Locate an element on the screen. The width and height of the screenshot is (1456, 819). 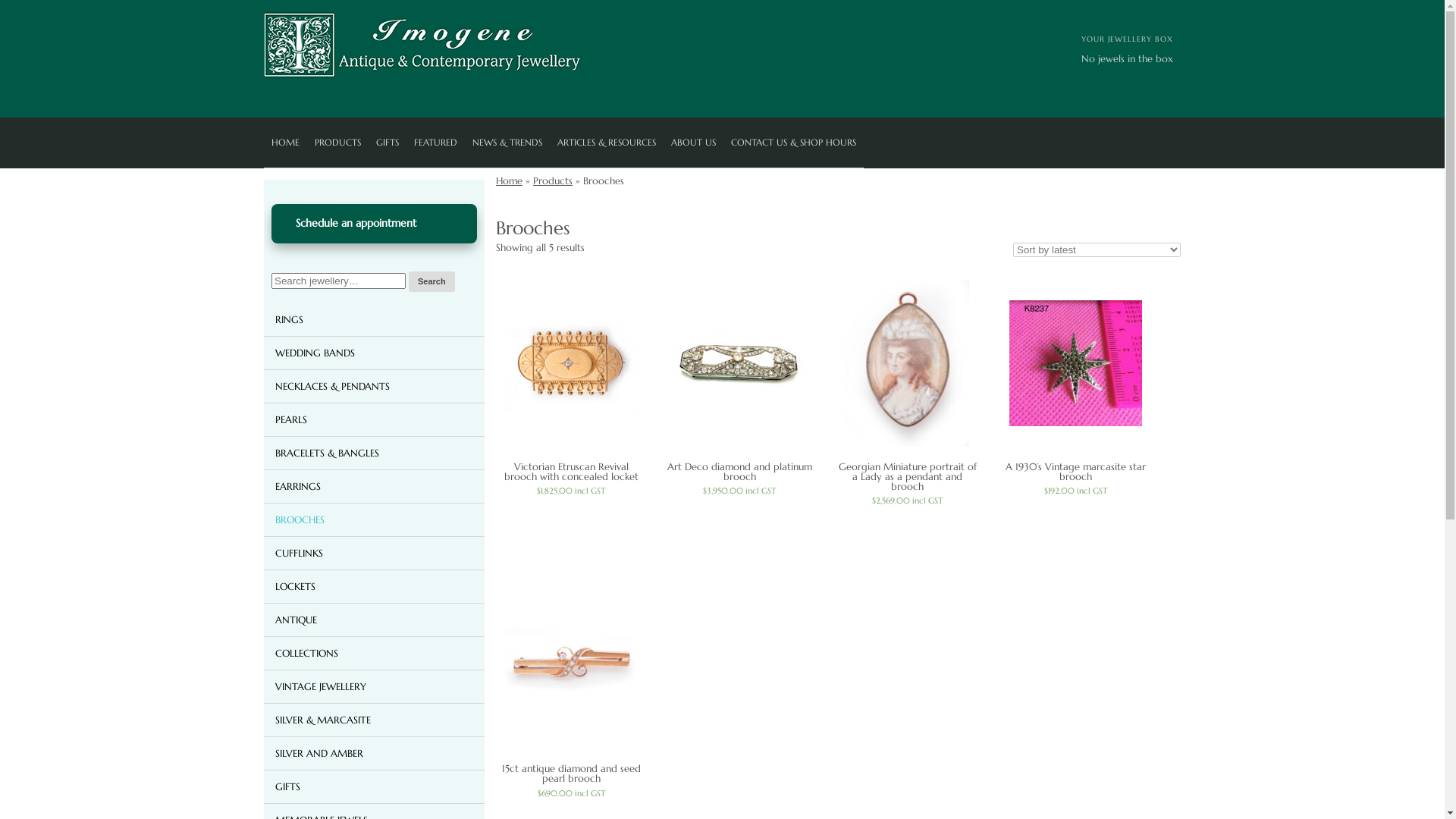
'BROOCHES' is located at coordinates (263, 518).